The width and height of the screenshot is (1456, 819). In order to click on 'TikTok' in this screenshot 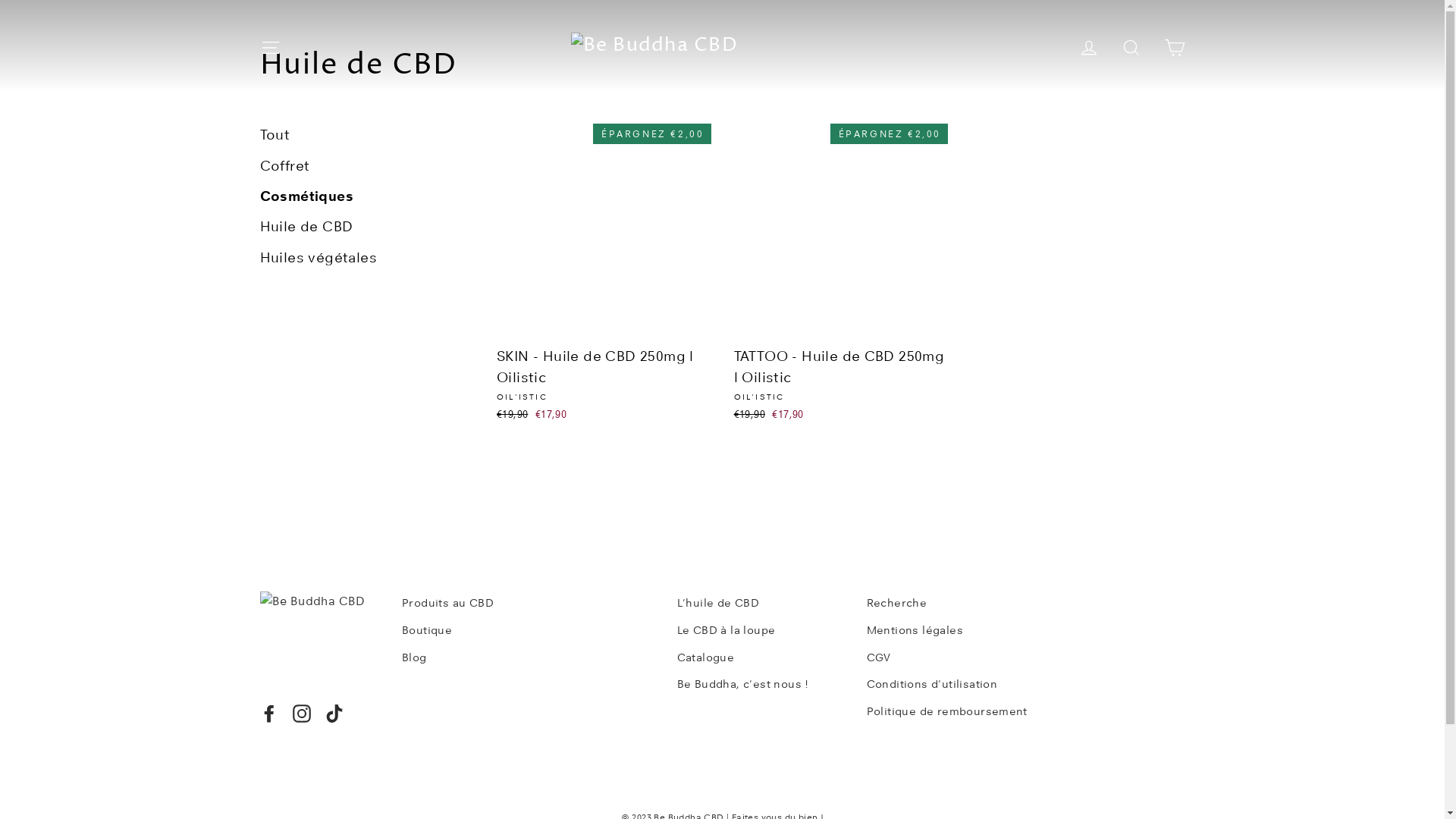, I will do `click(334, 713)`.